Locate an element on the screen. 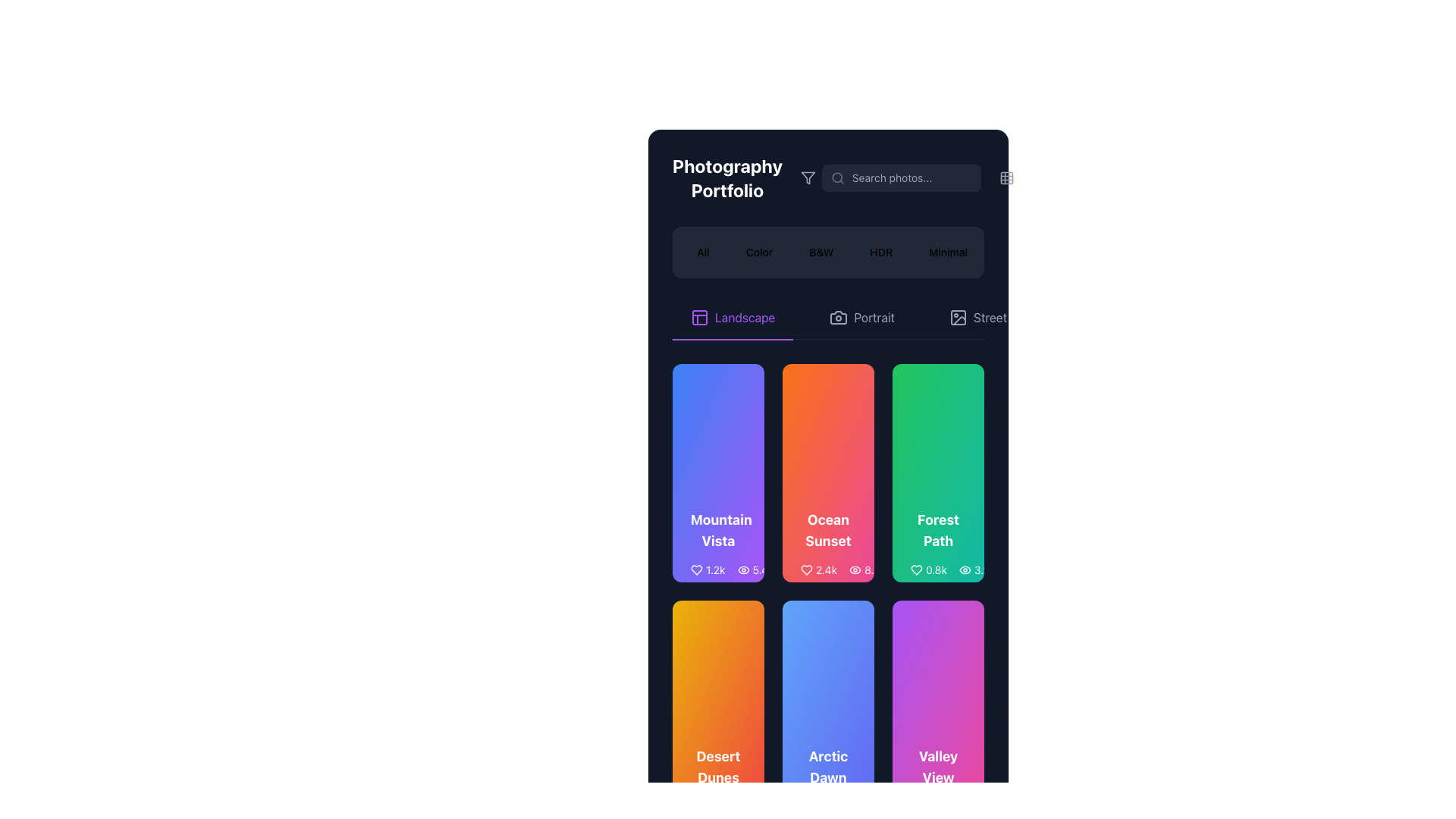 The height and width of the screenshot is (819, 1456). the grid layout toggle icon located in the top-right corner of the application's interface is located at coordinates (1006, 177).